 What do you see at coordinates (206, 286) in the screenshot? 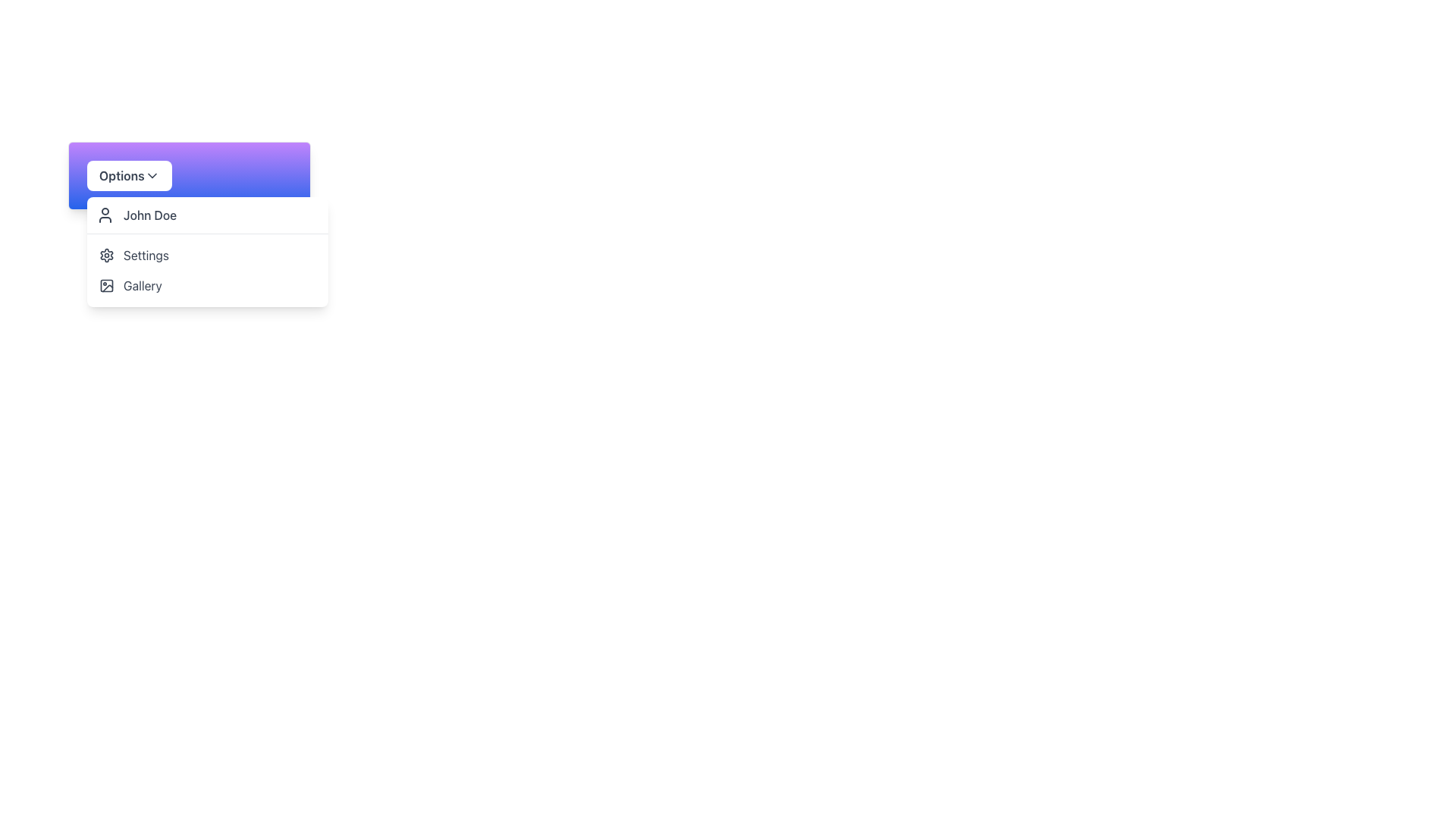
I see `the second button in the dropdown menu` at bounding box center [206, 286].